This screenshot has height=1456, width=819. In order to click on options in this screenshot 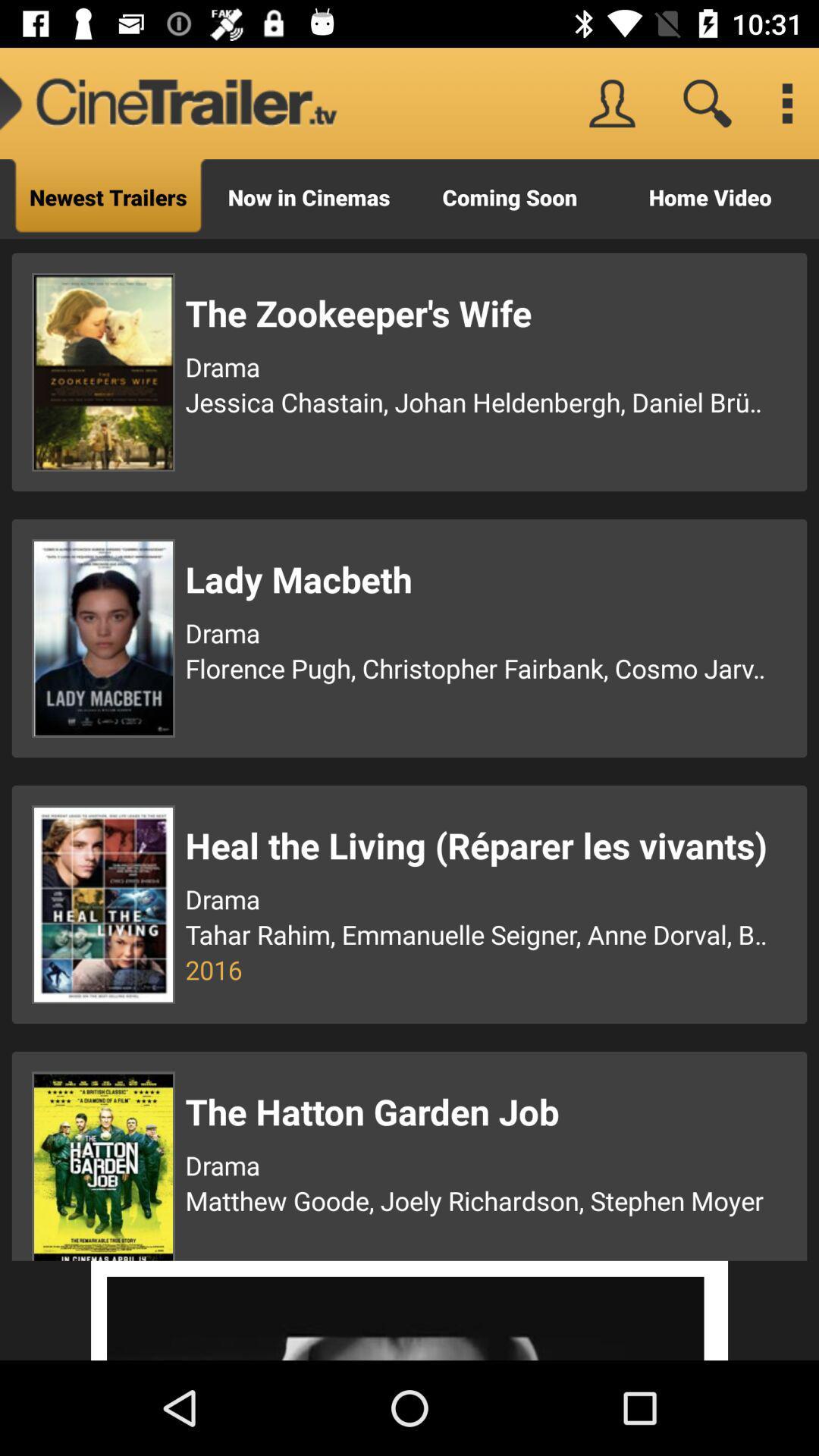, I will do `click(786, 102)`.